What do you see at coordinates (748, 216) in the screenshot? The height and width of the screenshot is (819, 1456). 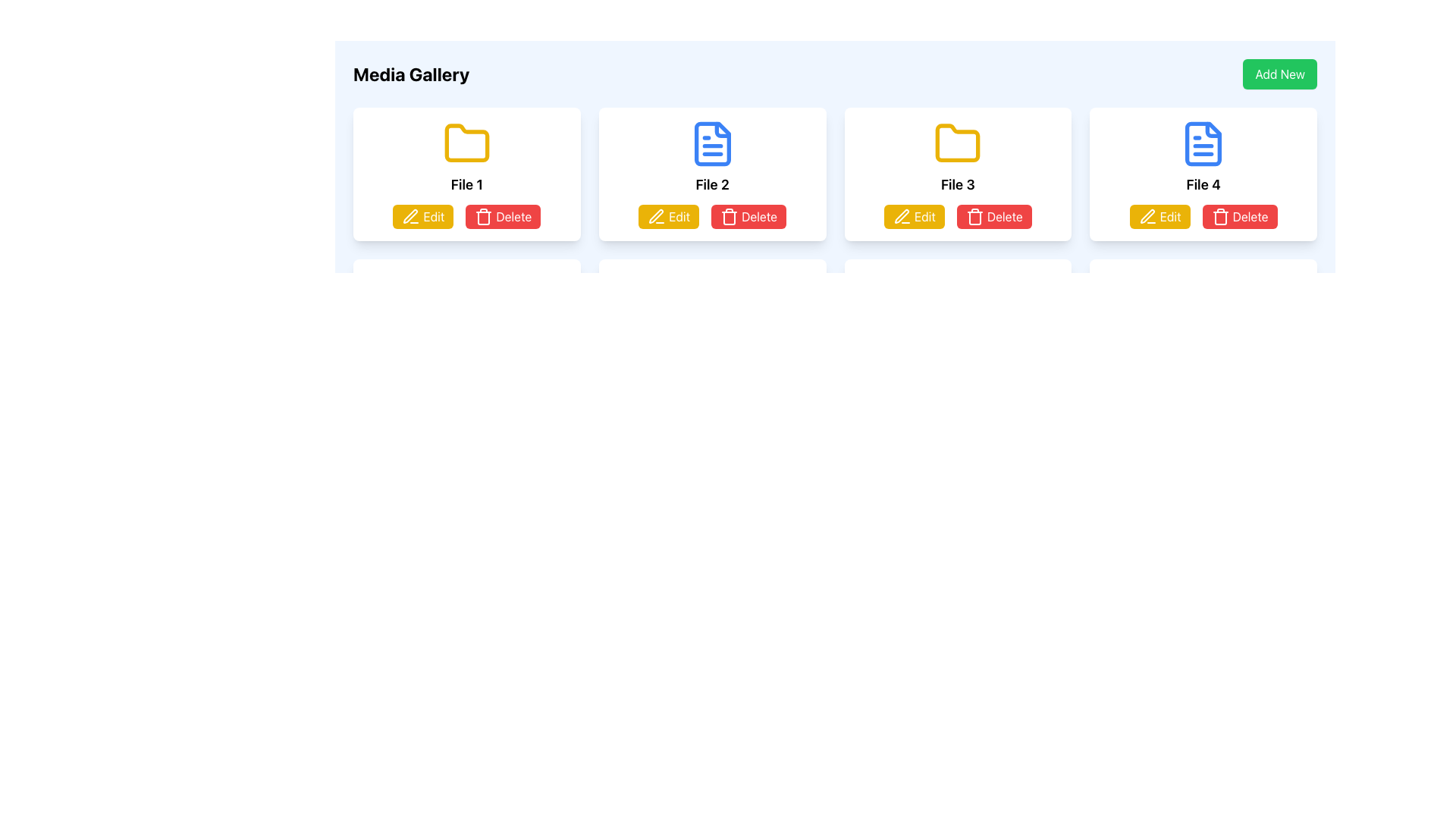 I see `the 'Delete' button with a red background and white text, located within the action section below the card labeled 'File 2'` at bounding box center [748, 216].